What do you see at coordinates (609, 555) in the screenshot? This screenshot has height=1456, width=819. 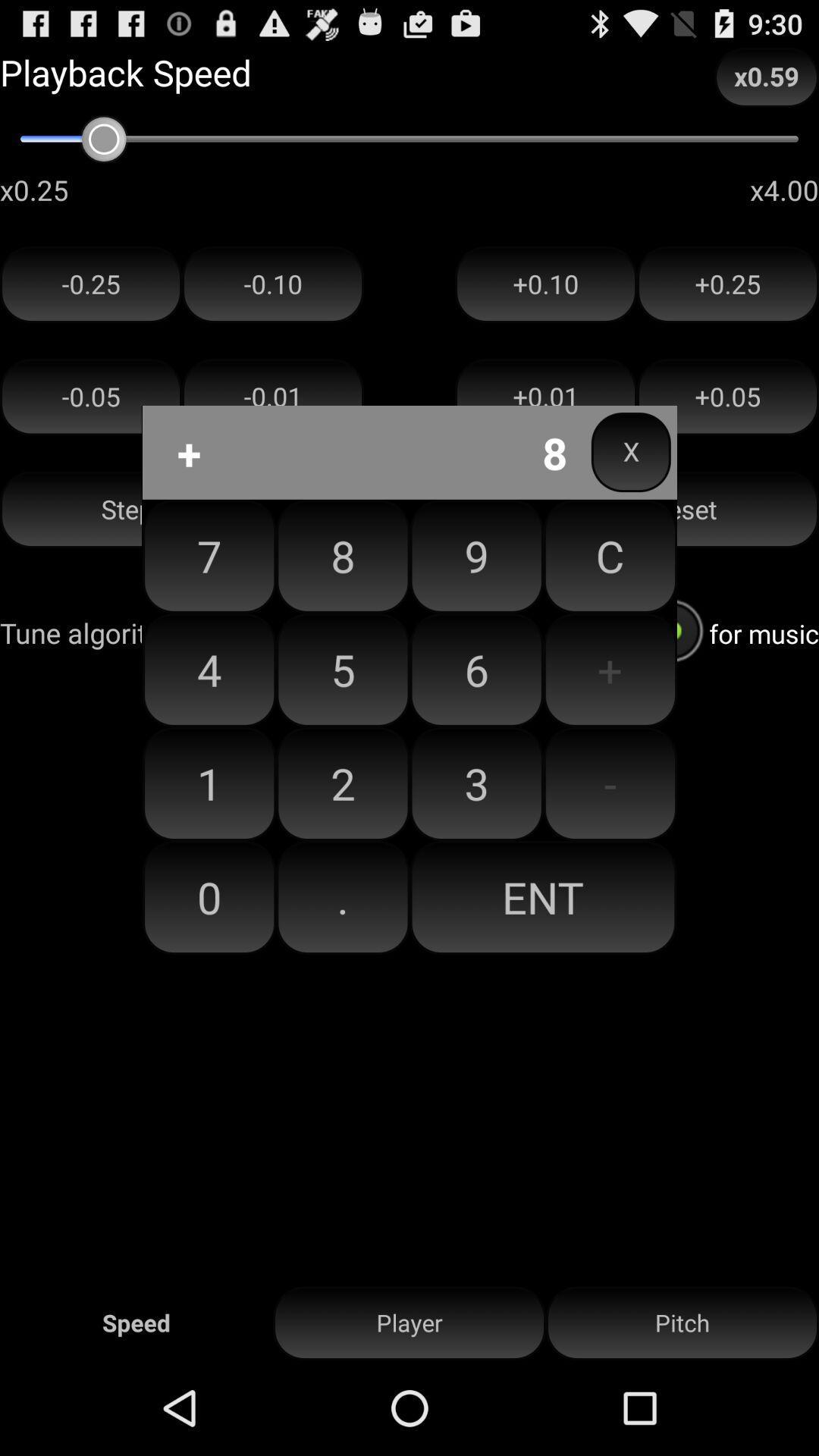 I see `c` at bounding box center [609, 555].